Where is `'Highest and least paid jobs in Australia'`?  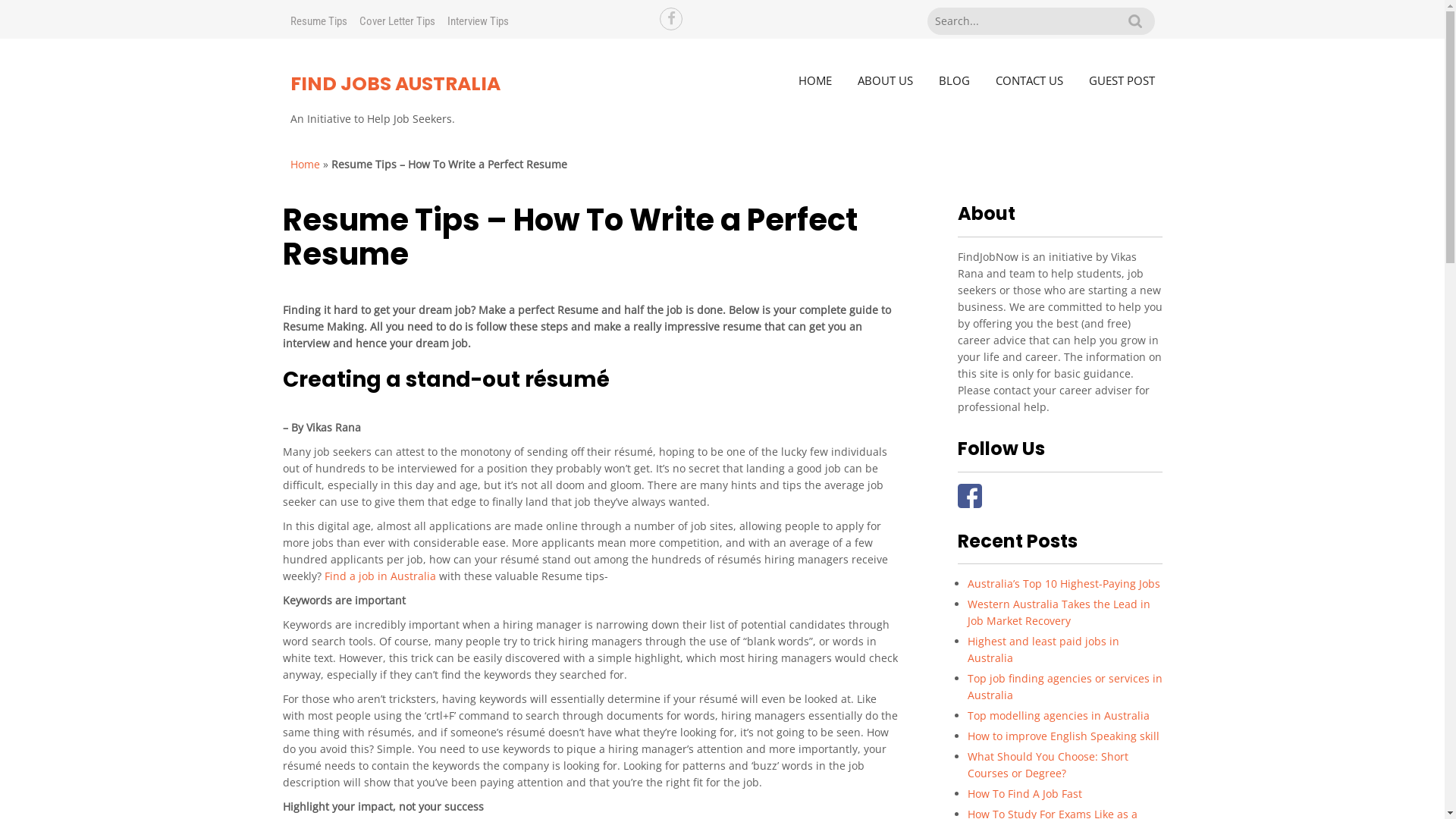 'Highest and least paid jobs in Australia' is located at coordinates (1043, 648).